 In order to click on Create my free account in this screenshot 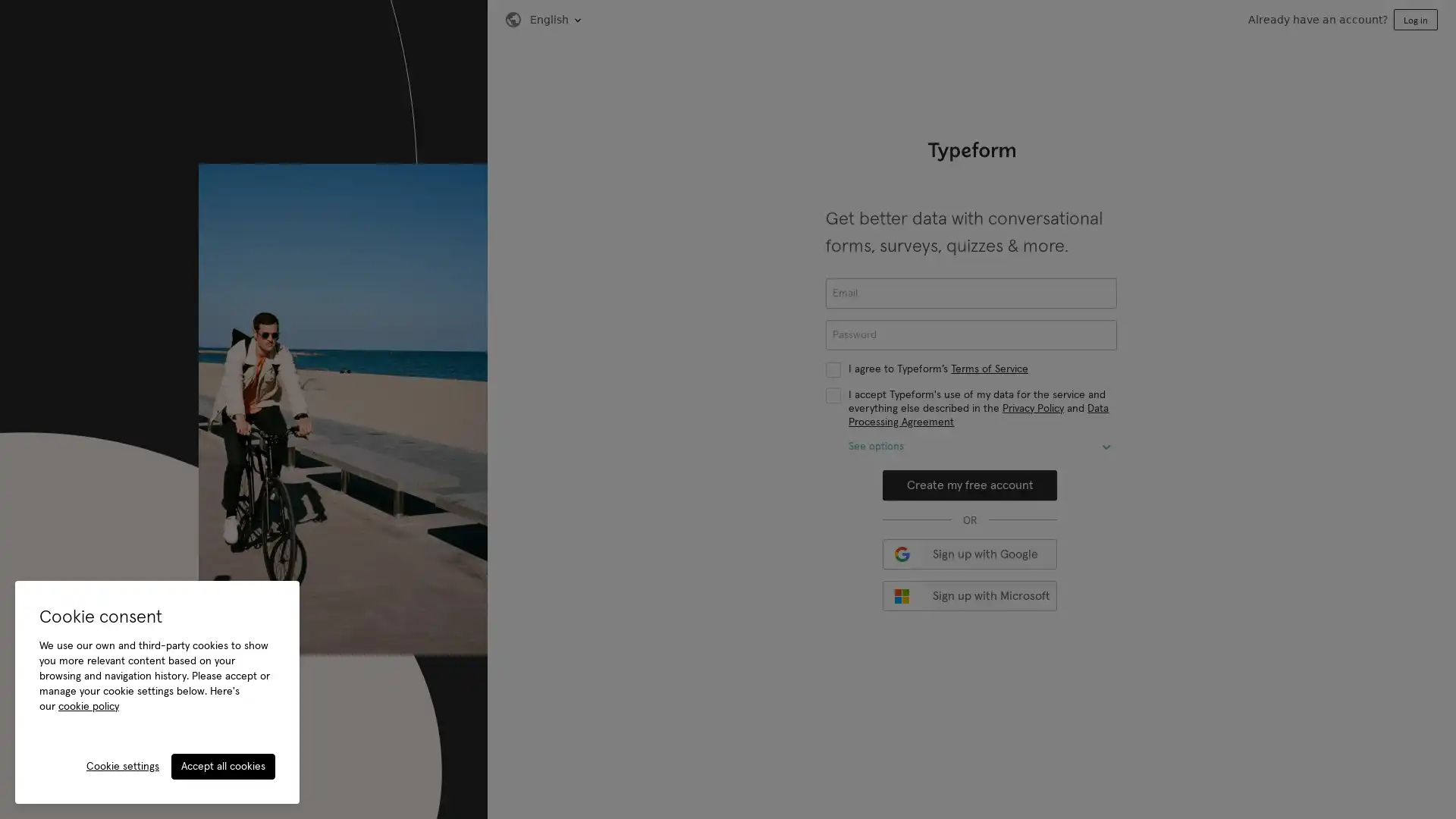, I will do `click(968, 485)`.